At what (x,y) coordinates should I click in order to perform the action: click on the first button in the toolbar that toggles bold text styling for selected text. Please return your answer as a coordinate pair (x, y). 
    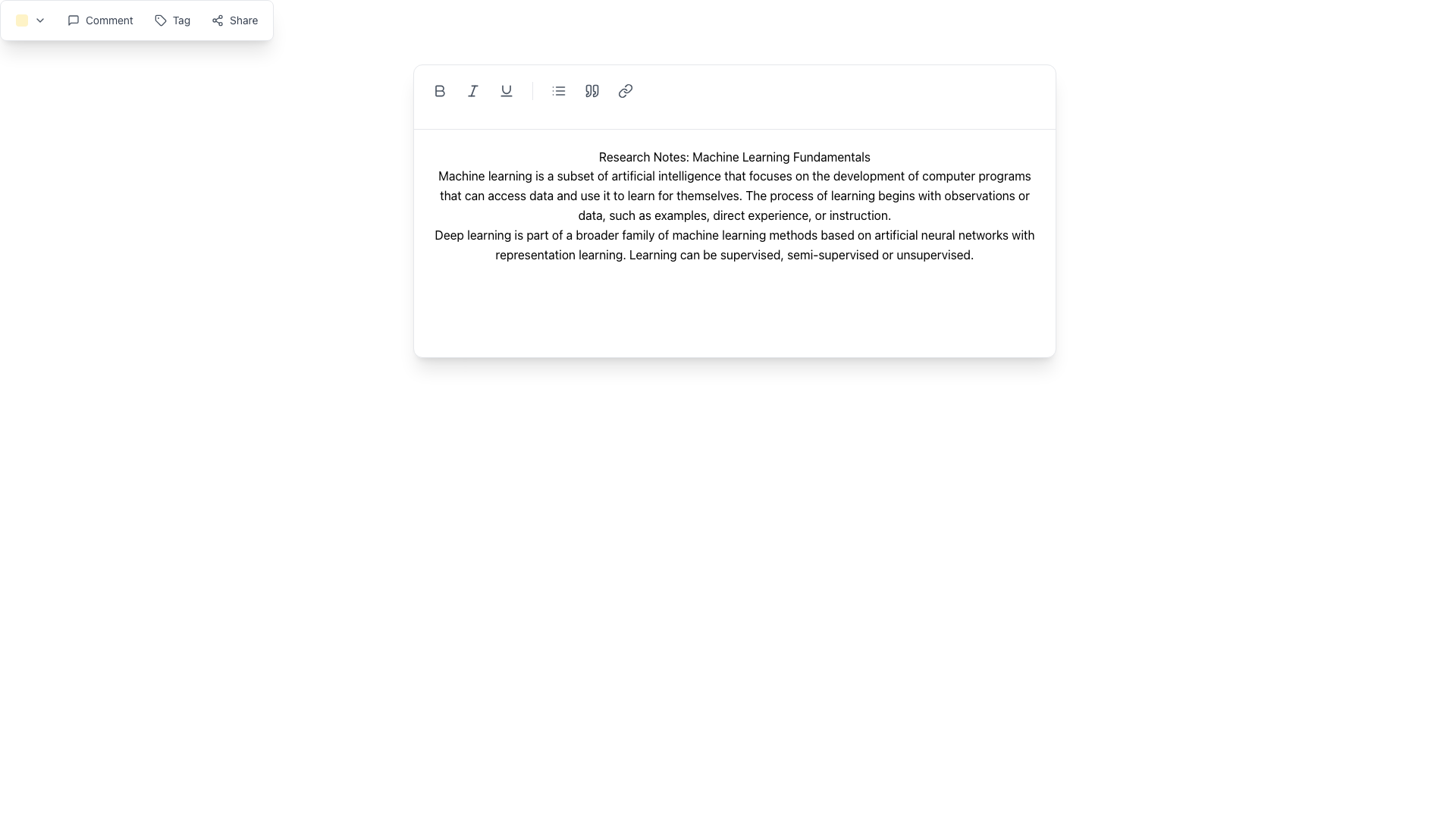
    Looking at the image, I should click on (439, 90).